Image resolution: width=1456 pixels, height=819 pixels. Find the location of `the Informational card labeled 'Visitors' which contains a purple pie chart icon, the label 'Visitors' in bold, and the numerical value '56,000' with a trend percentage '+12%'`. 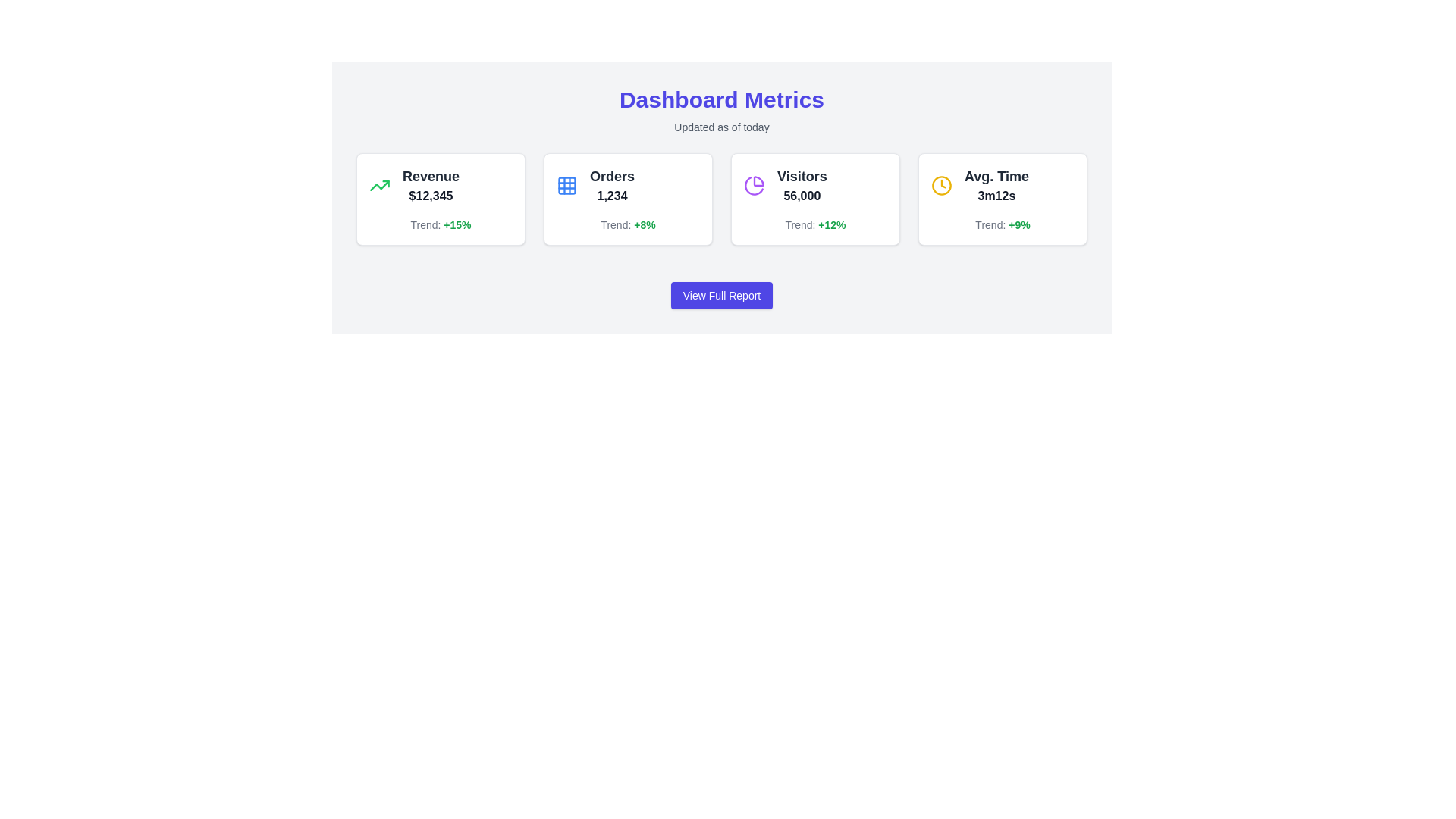

the Informational card labeled 'Visitors' which contains a purple pie chart icon, the label 'Visitors' in bold, and the numerical value '56,000' with a trend percentage '+12%' is located at coordinates (814, 198).